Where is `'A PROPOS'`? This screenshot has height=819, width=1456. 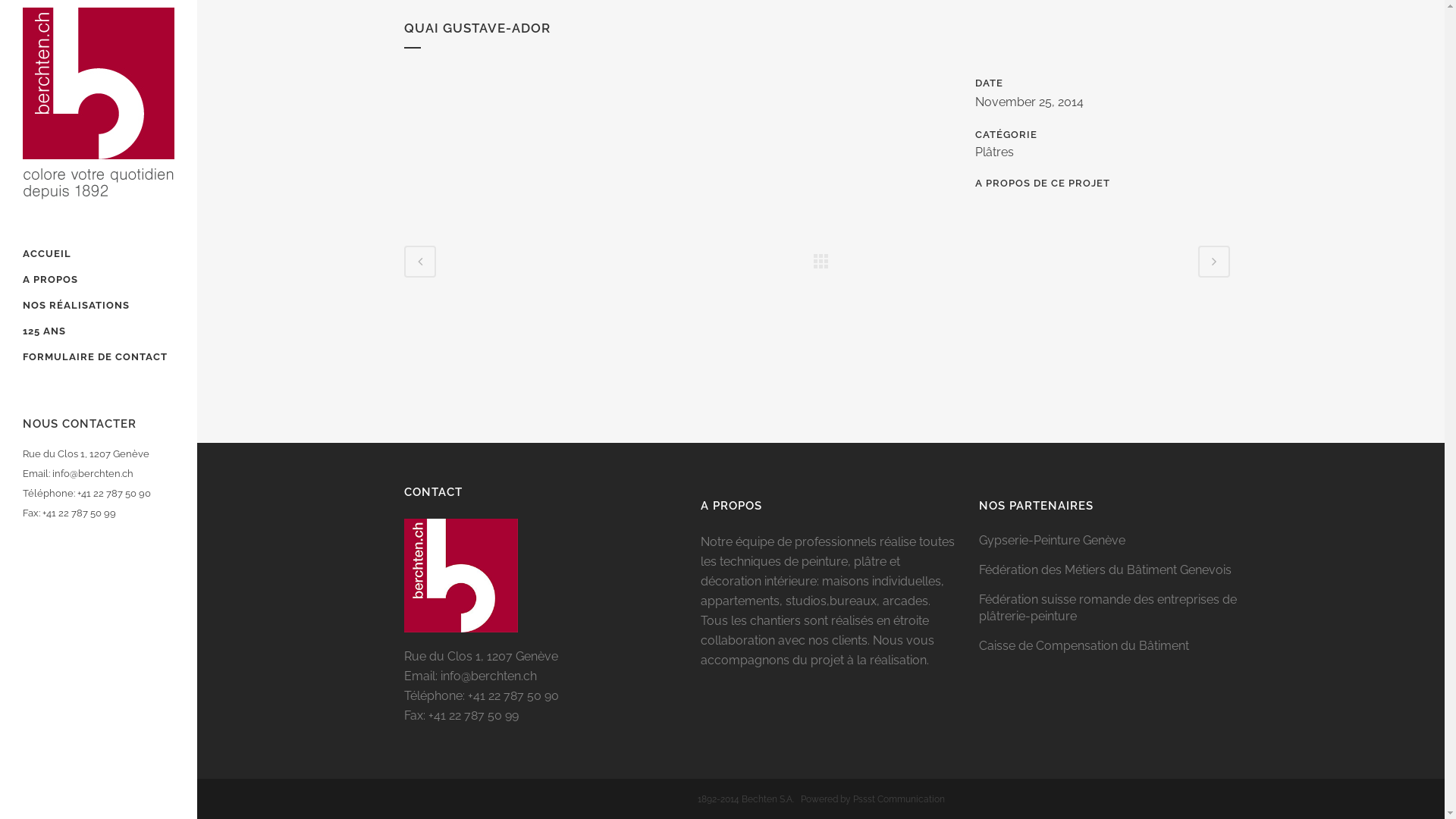
'A PROPOS' is located at coordinates (97, 280).